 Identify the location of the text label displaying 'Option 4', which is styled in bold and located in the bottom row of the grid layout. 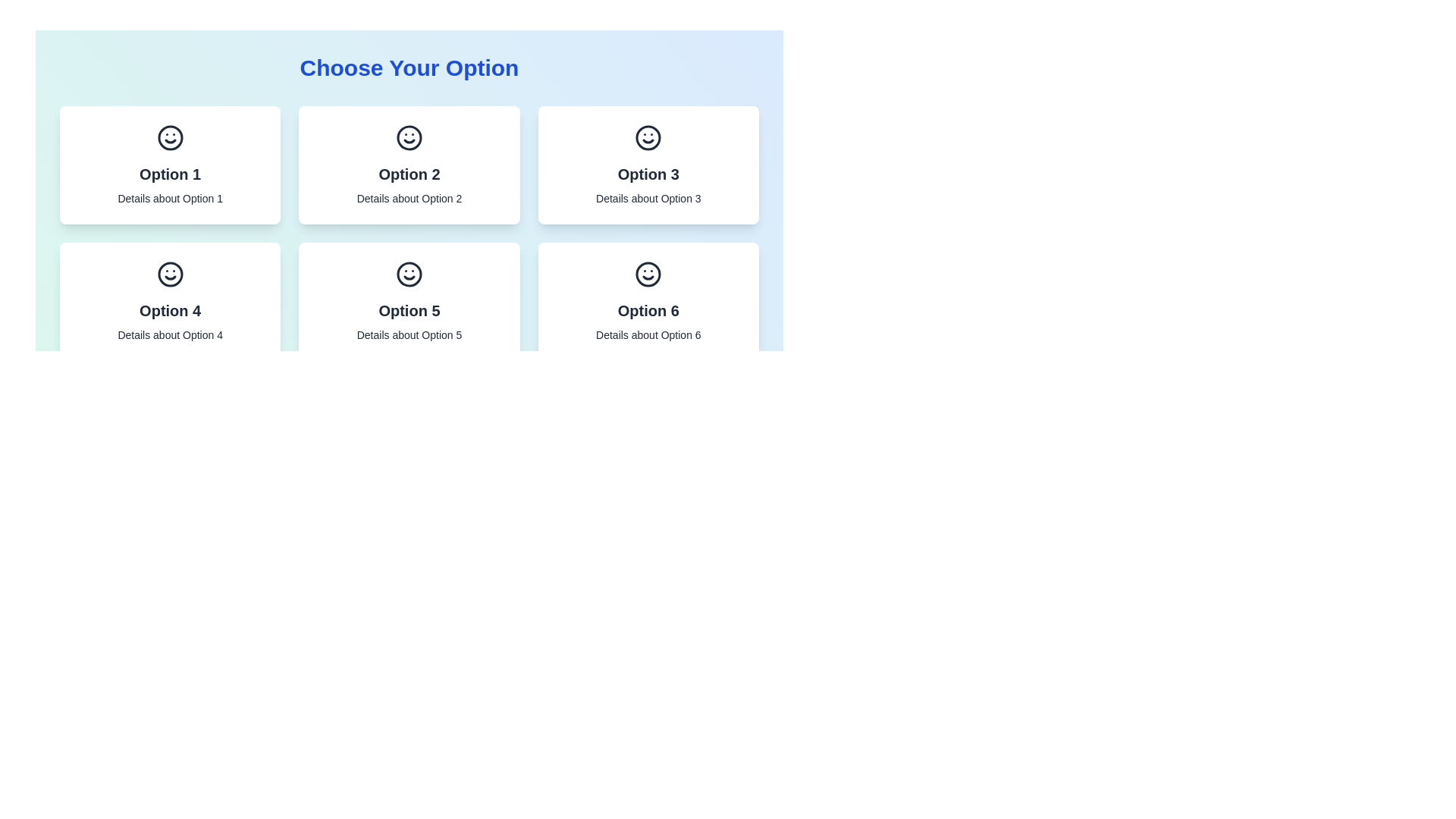
(170, 309).